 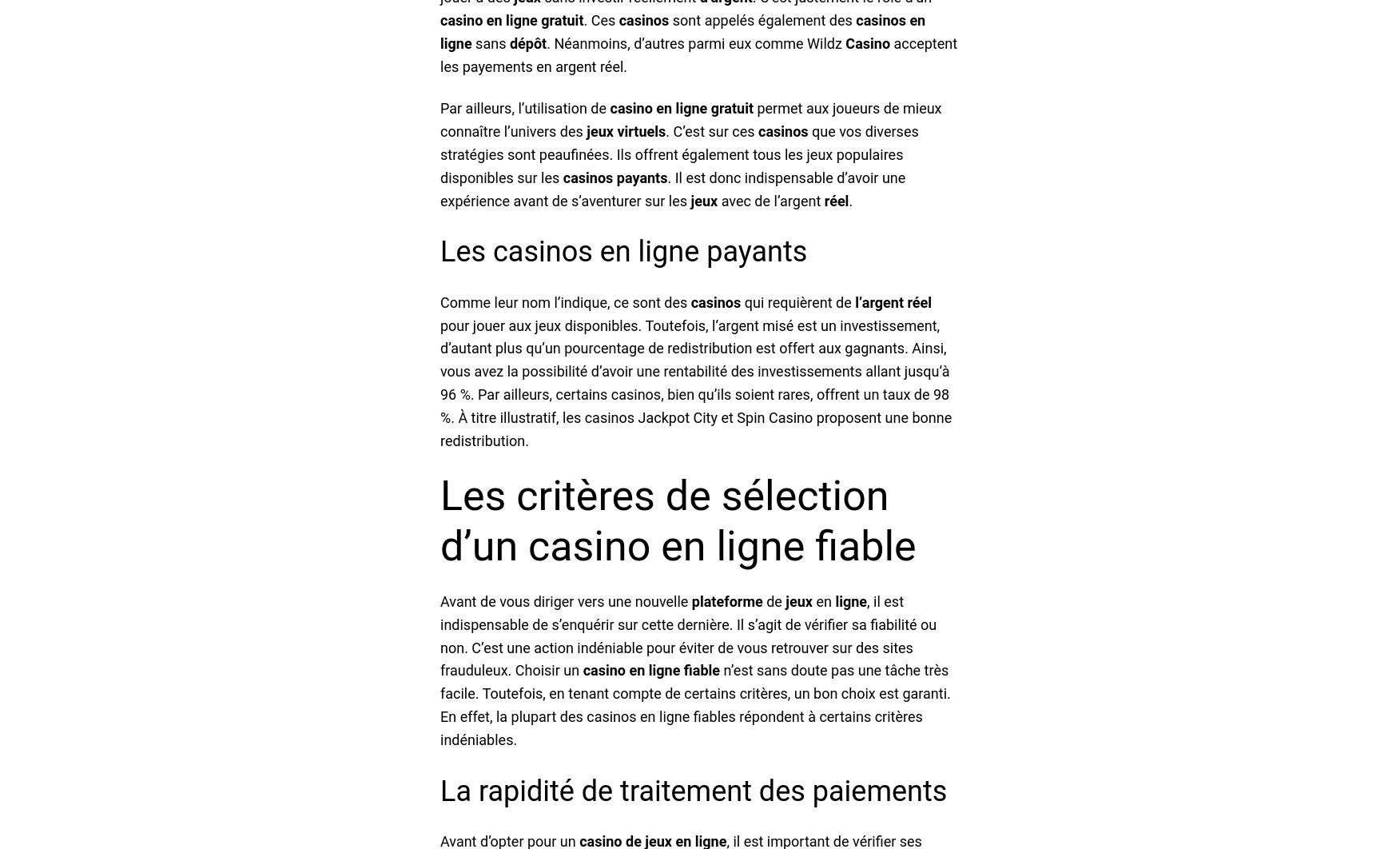 What do you see at coordinates (439, 790) in the screenshot?
I see `'La rapidité de traitement des paiements'` at bounding box center [439, 790].